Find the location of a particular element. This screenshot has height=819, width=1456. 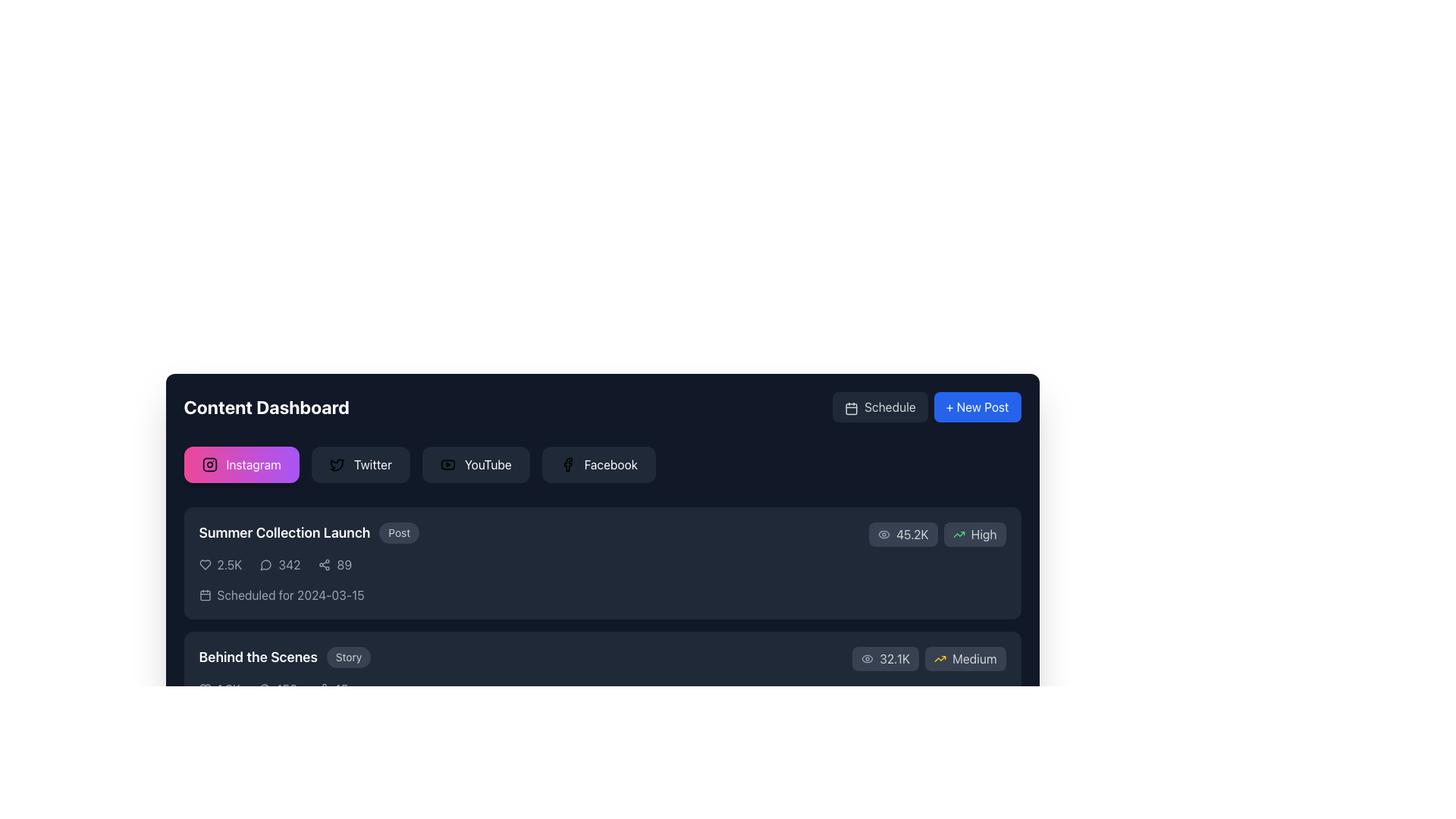

the rectangular button with rounded corners, displaying a gradient from pink to purple, featuring an Instagram icon and the text 'Instagram' in white is located at coordinates (240, 464).